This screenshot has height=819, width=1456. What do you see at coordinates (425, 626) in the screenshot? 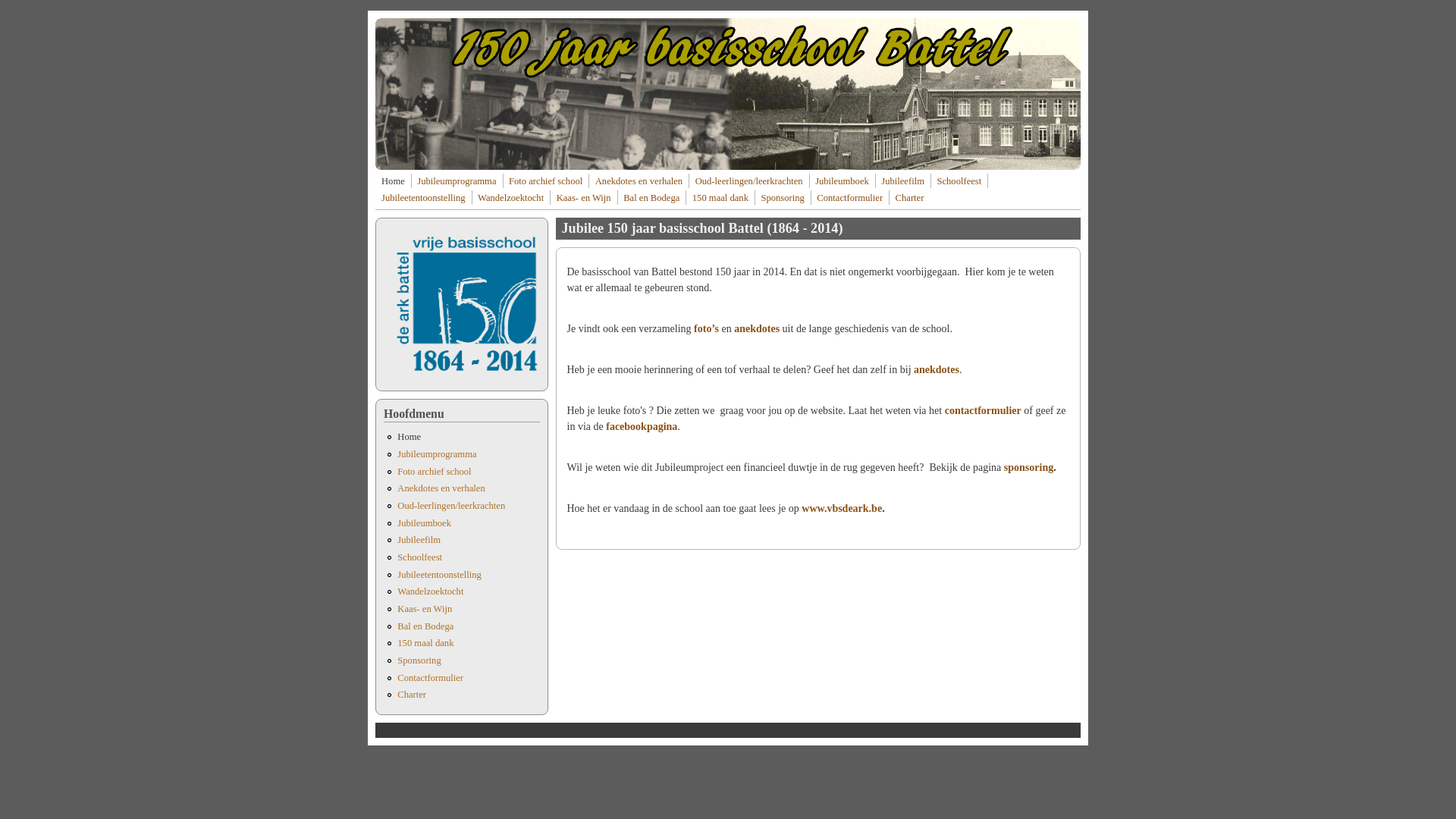
I see `'Bal en Bodega'` at bounding box center [425, 626].